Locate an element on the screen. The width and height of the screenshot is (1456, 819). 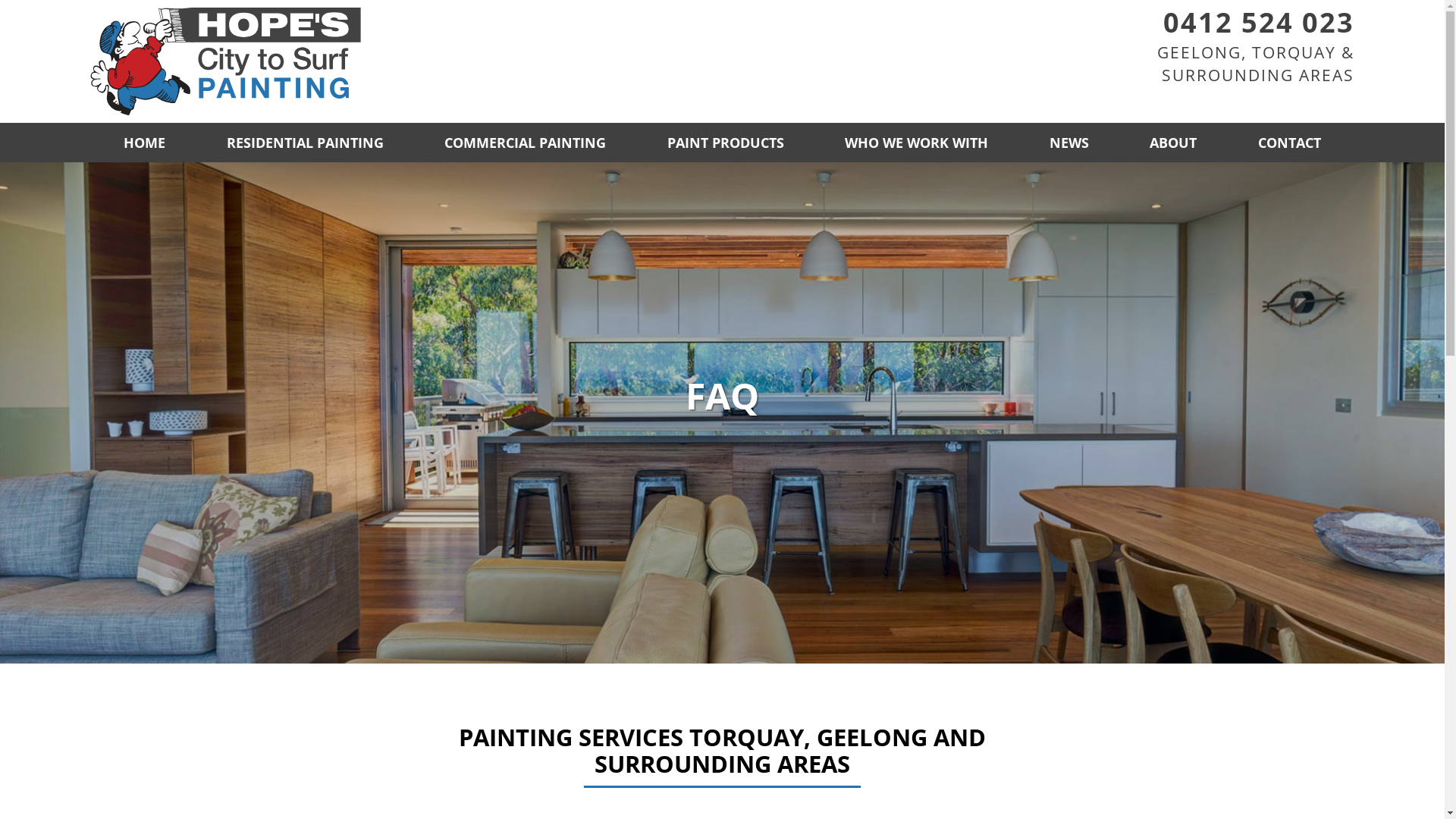
'CONTACT' is located at coordinates (1288, 143).